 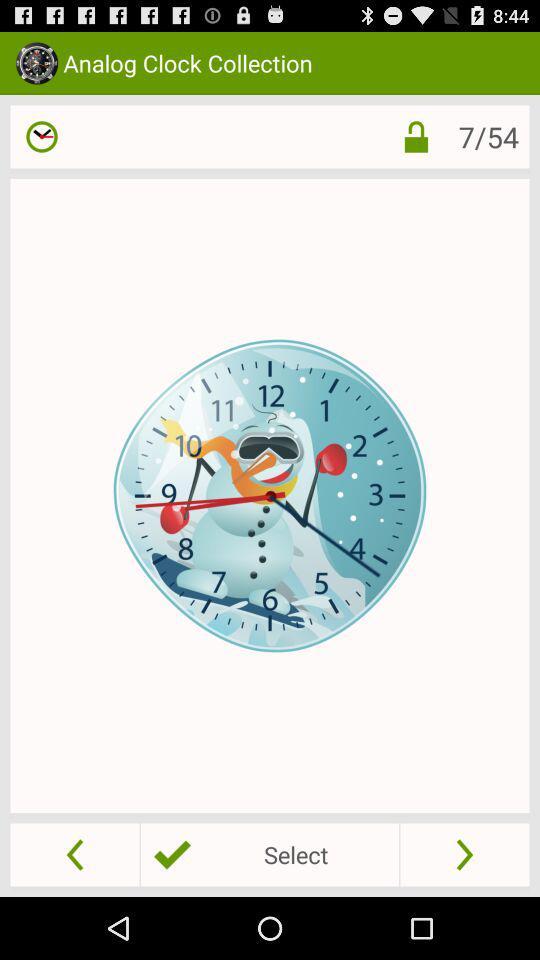 I want to click on icon next to the 7/54, so click(x=415, y=135).